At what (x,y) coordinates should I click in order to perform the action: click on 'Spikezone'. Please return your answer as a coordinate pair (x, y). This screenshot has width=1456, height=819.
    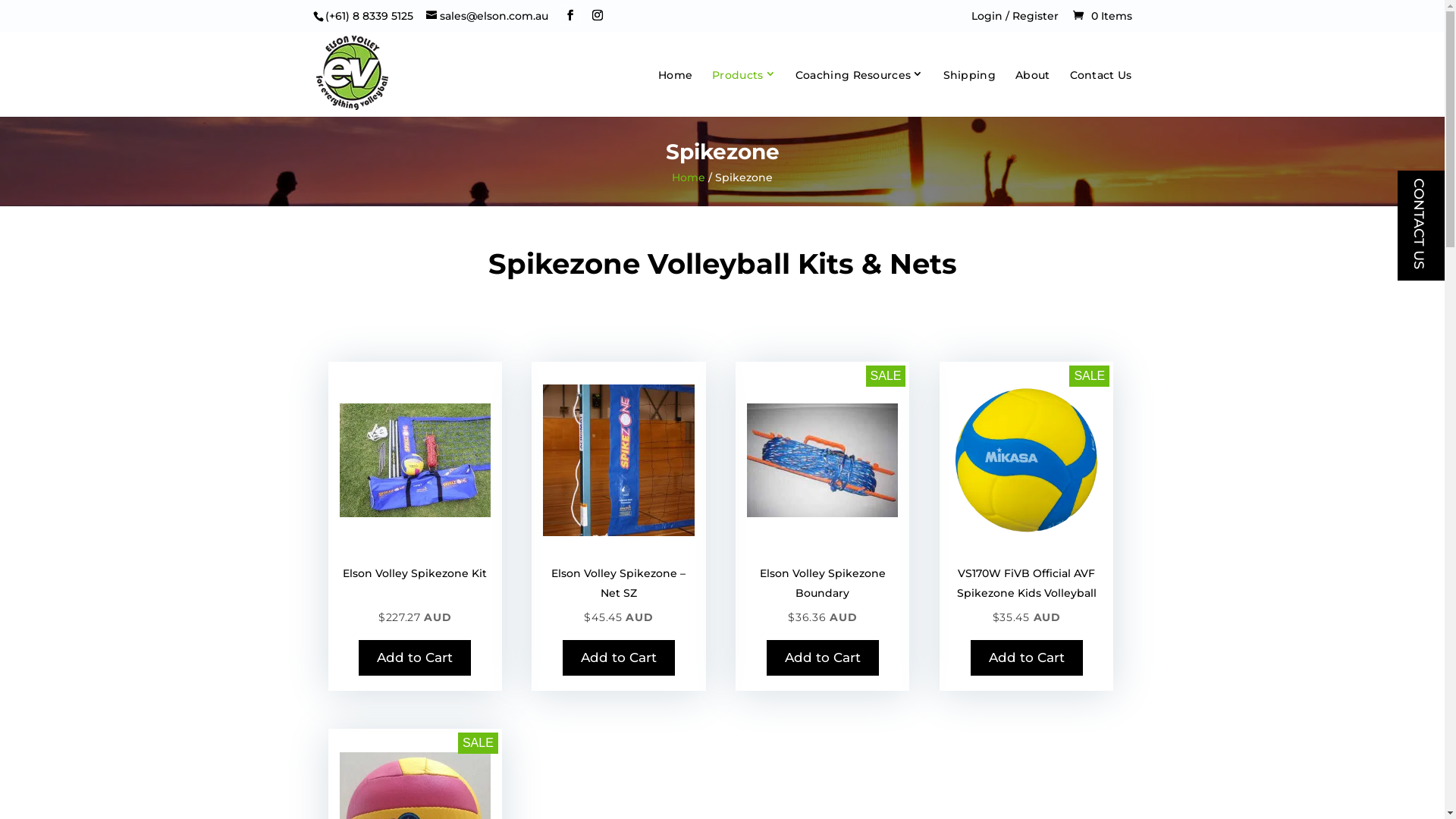
    Looking at the image, I should click on (821, 459).